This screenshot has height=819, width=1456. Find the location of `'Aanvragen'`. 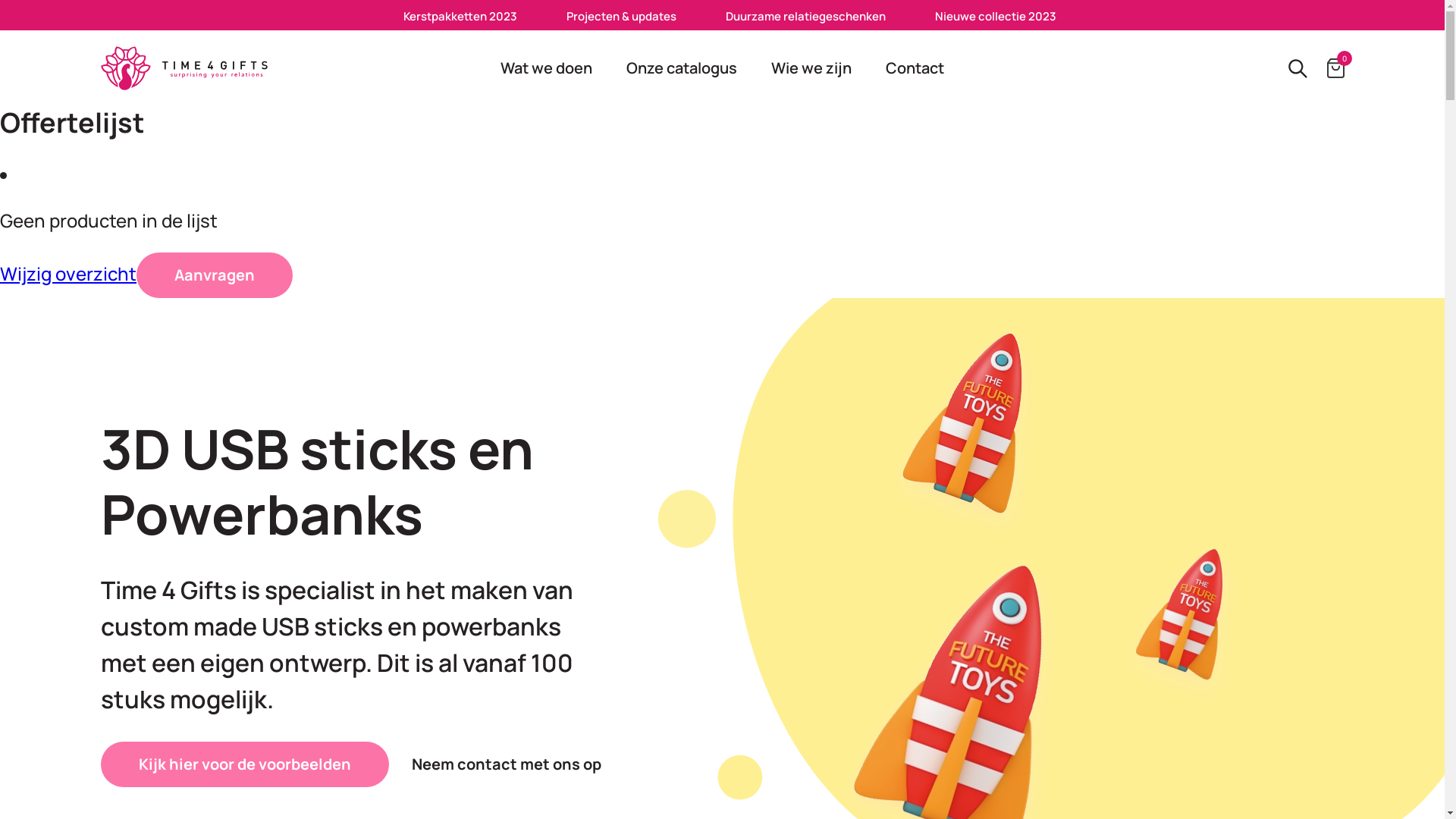

'Aanvragen' is located at coordinates (214, 275).